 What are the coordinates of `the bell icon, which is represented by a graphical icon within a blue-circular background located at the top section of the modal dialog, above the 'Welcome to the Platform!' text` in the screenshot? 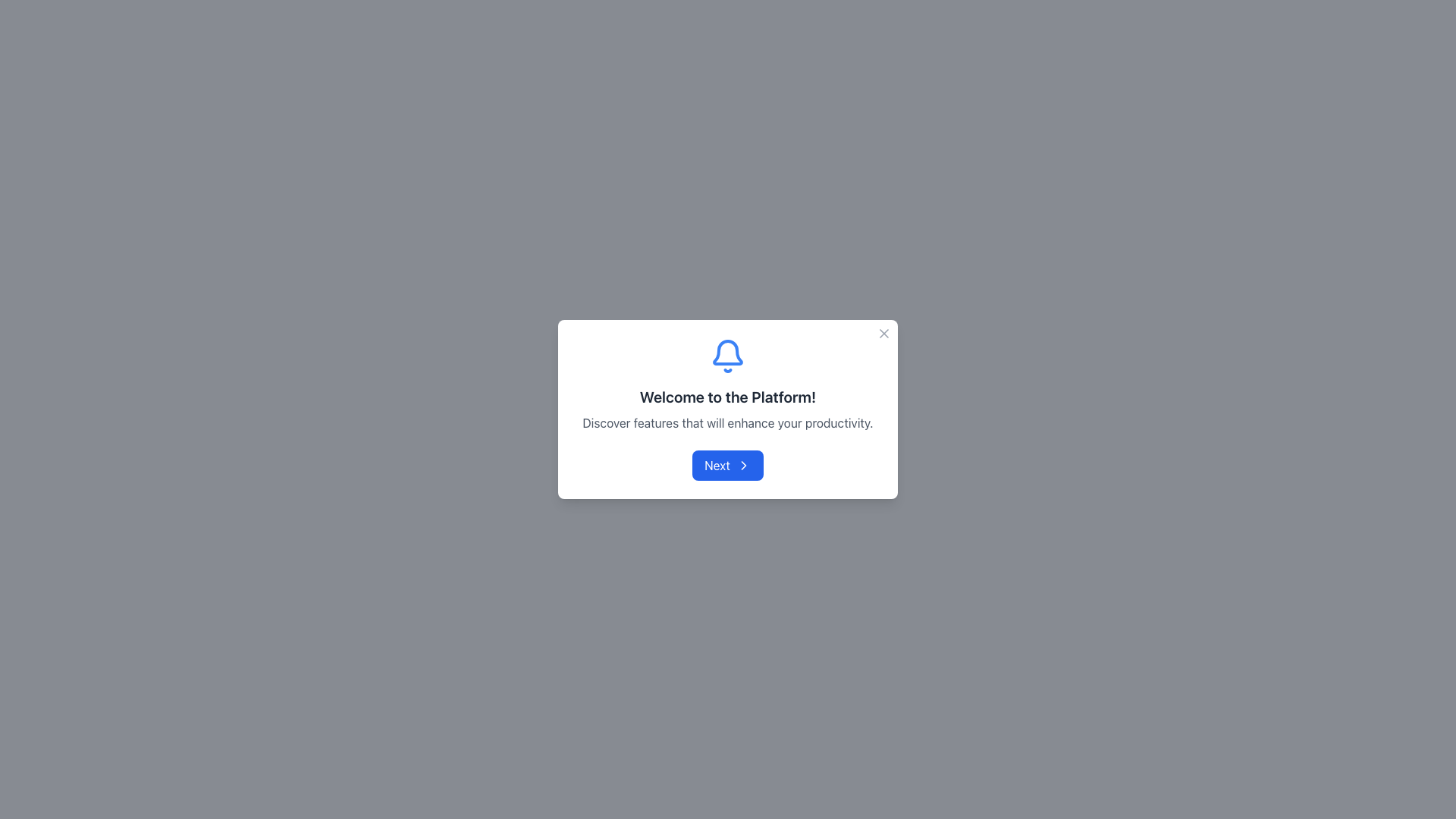 It's located at (728, 353).